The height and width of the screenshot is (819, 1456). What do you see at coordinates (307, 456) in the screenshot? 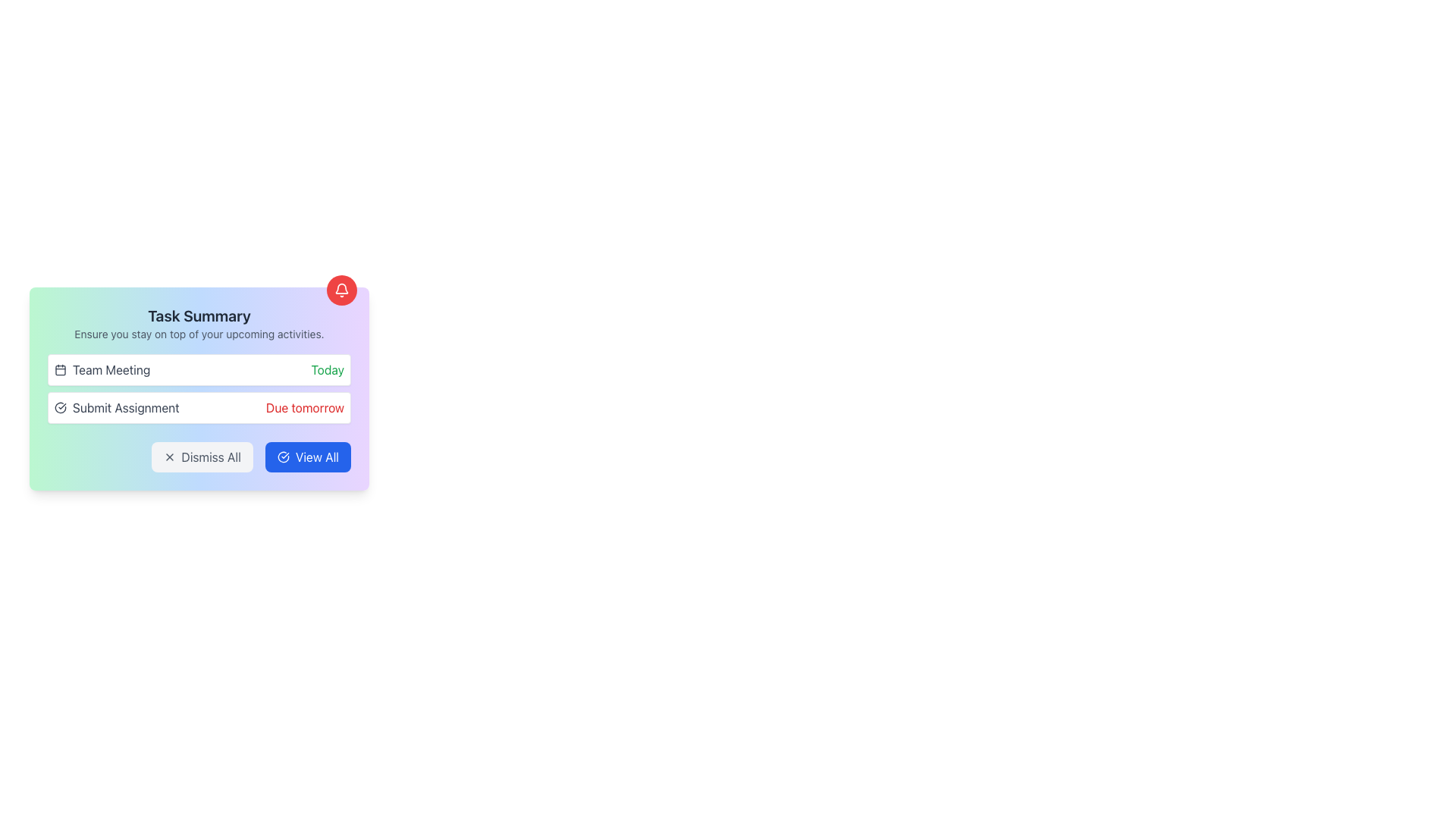
I see `the 'View All' button with a blue background and white text, located in the 'Task Summary' modal, positioned to the right of the 'Dismiss All' button` at bounding box center [307, 456].